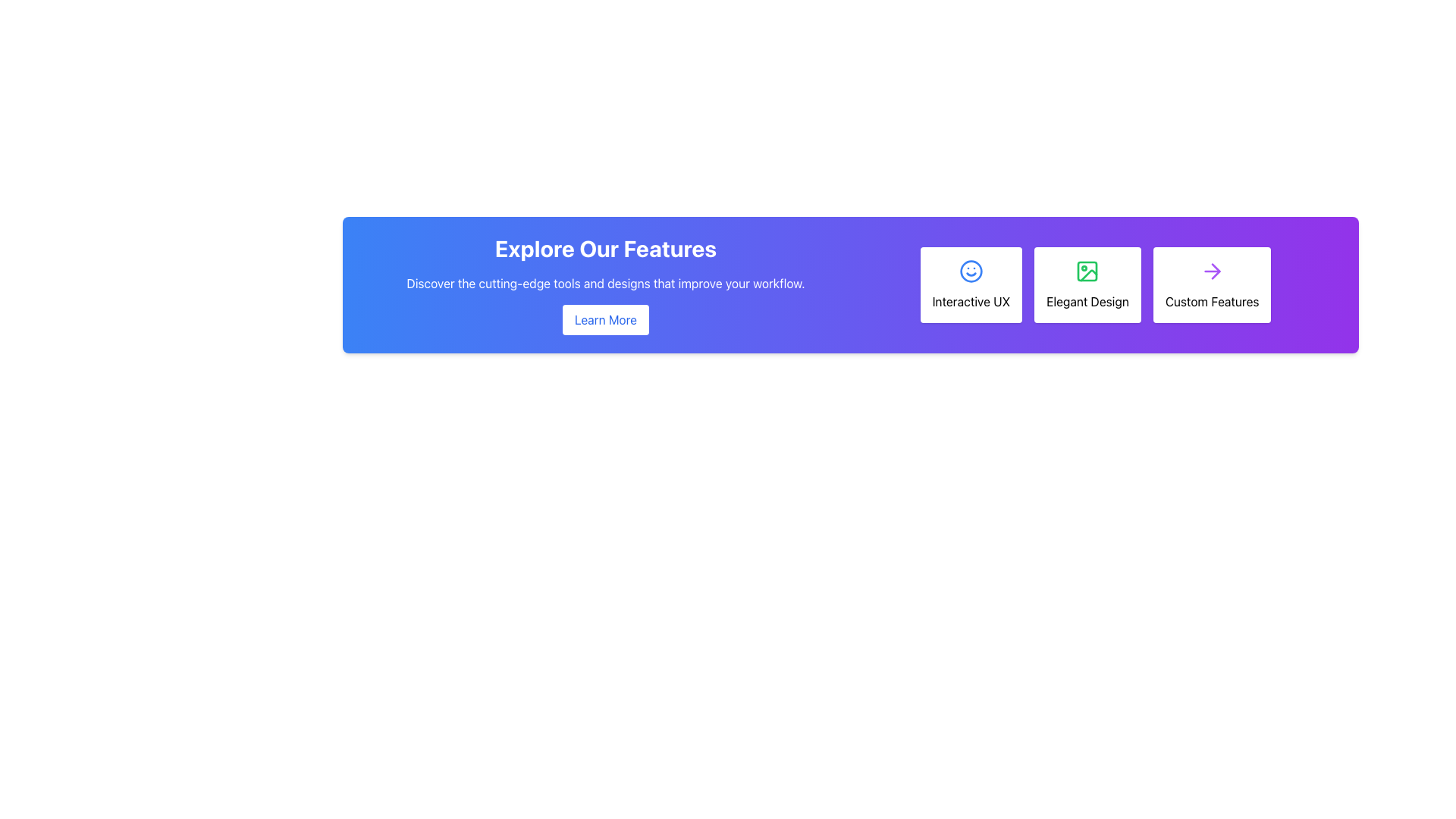 Image resolution: width=1456 pixels, height=819 pixels. I want to click on the Decorative Icon, which is a green outline of an image icon with a mountain and a sun, located directly above the text 'Elegant Design' in the middle of the three feature cards displayed to the right, so click(1087, 271).